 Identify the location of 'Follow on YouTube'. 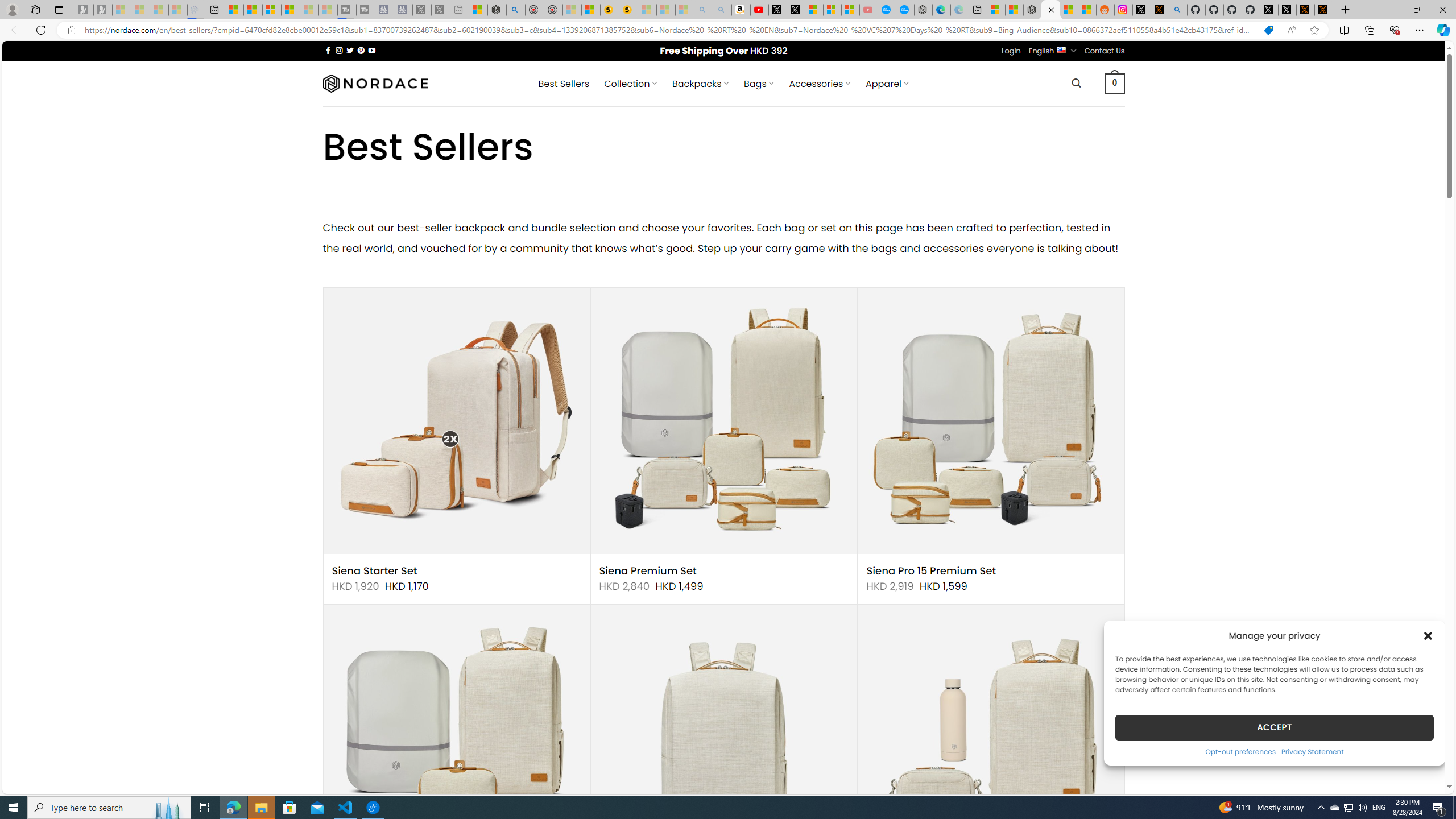
(371, 50).